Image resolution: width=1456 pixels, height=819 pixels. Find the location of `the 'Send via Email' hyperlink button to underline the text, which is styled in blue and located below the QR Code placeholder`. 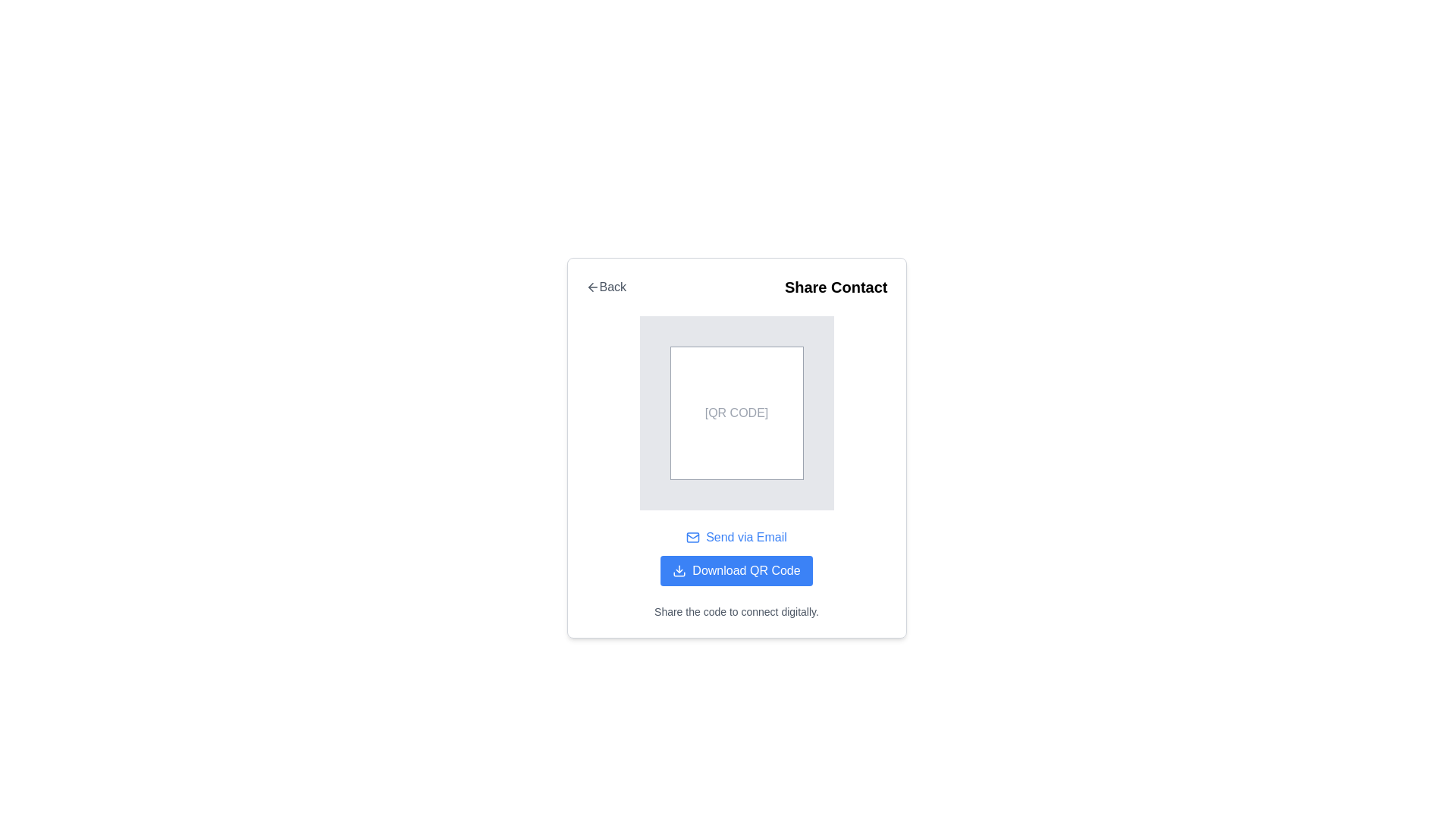

the 'Send via Email' hyperlink button to underline the text, which is styled in blue and located below the QR Code placeholder is located at coordinates (736, 537).